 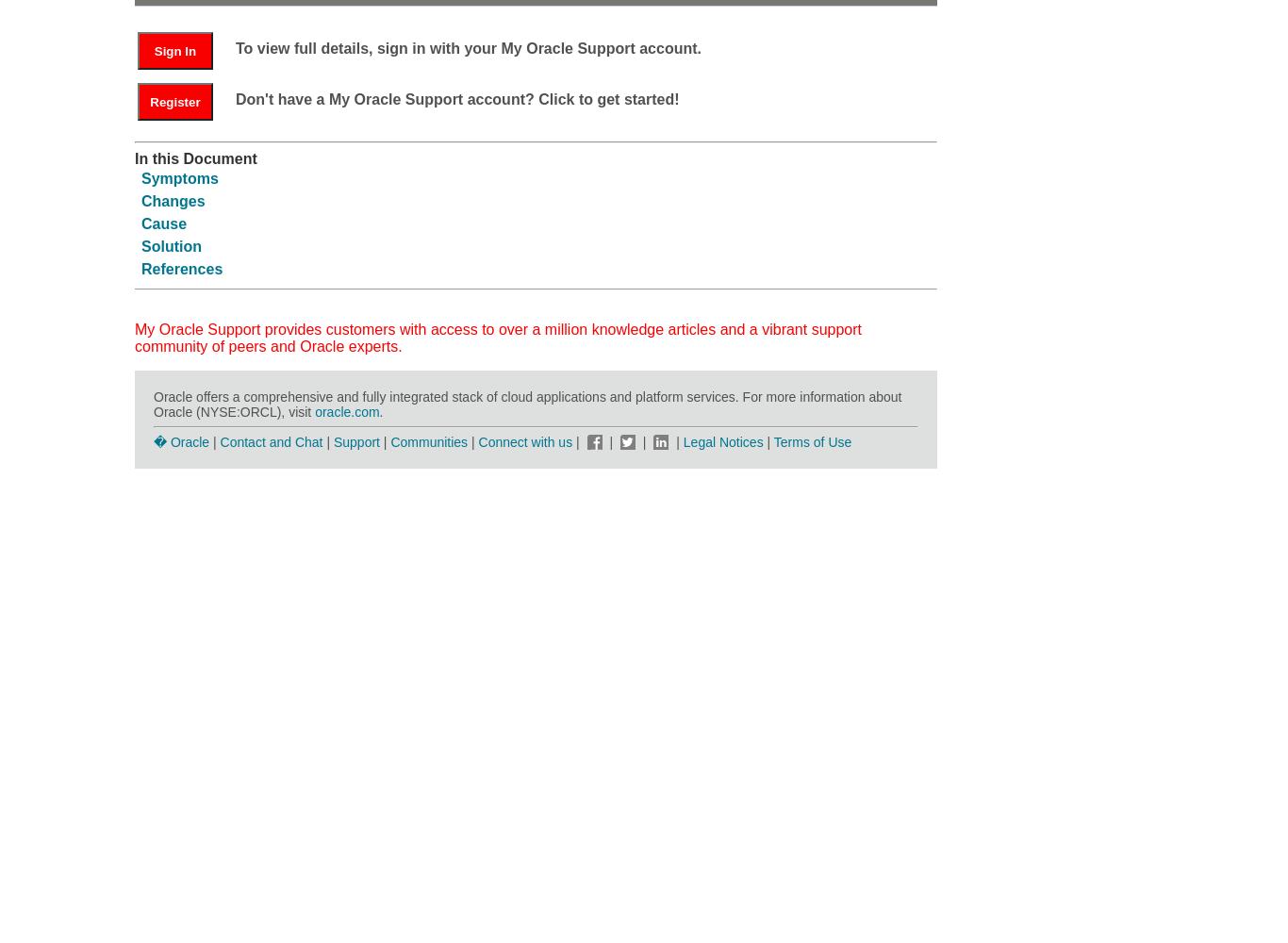 I want to click on 'Register', so click(x=173, y=100).